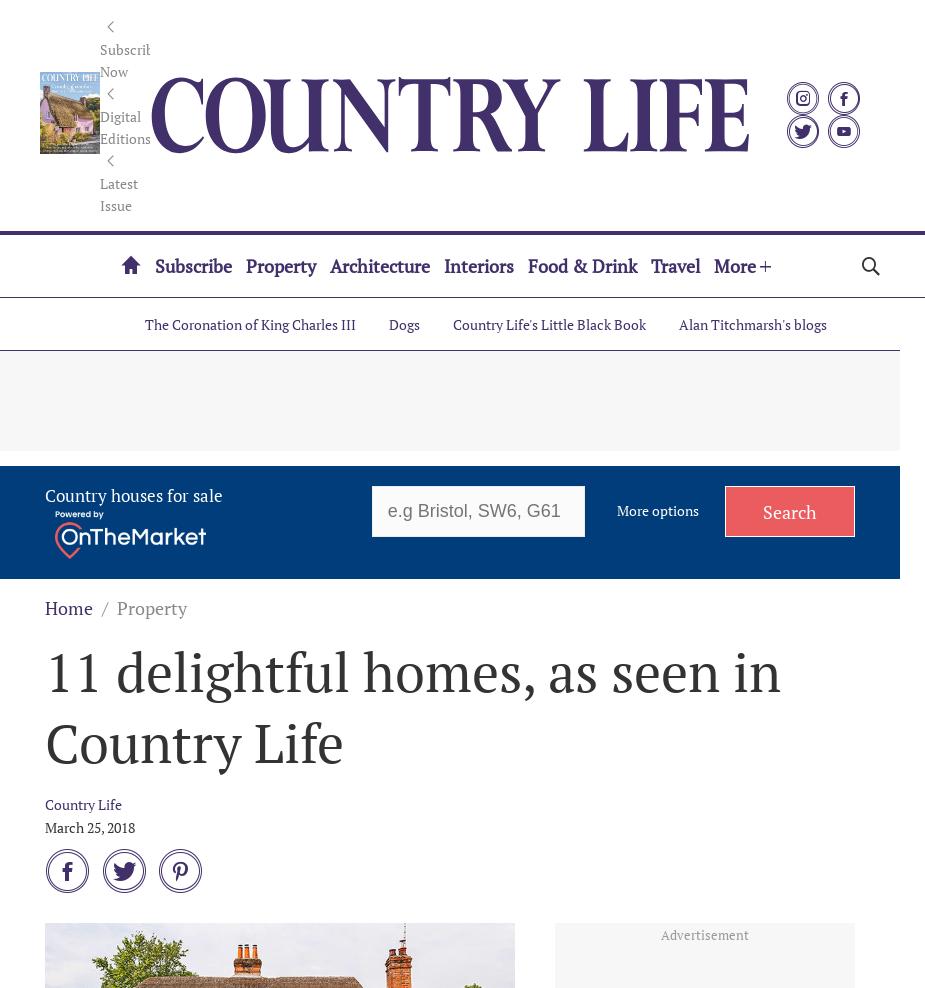 This screenshot has height=988, width=925. I want to click on 'Home', so click(68, 607).